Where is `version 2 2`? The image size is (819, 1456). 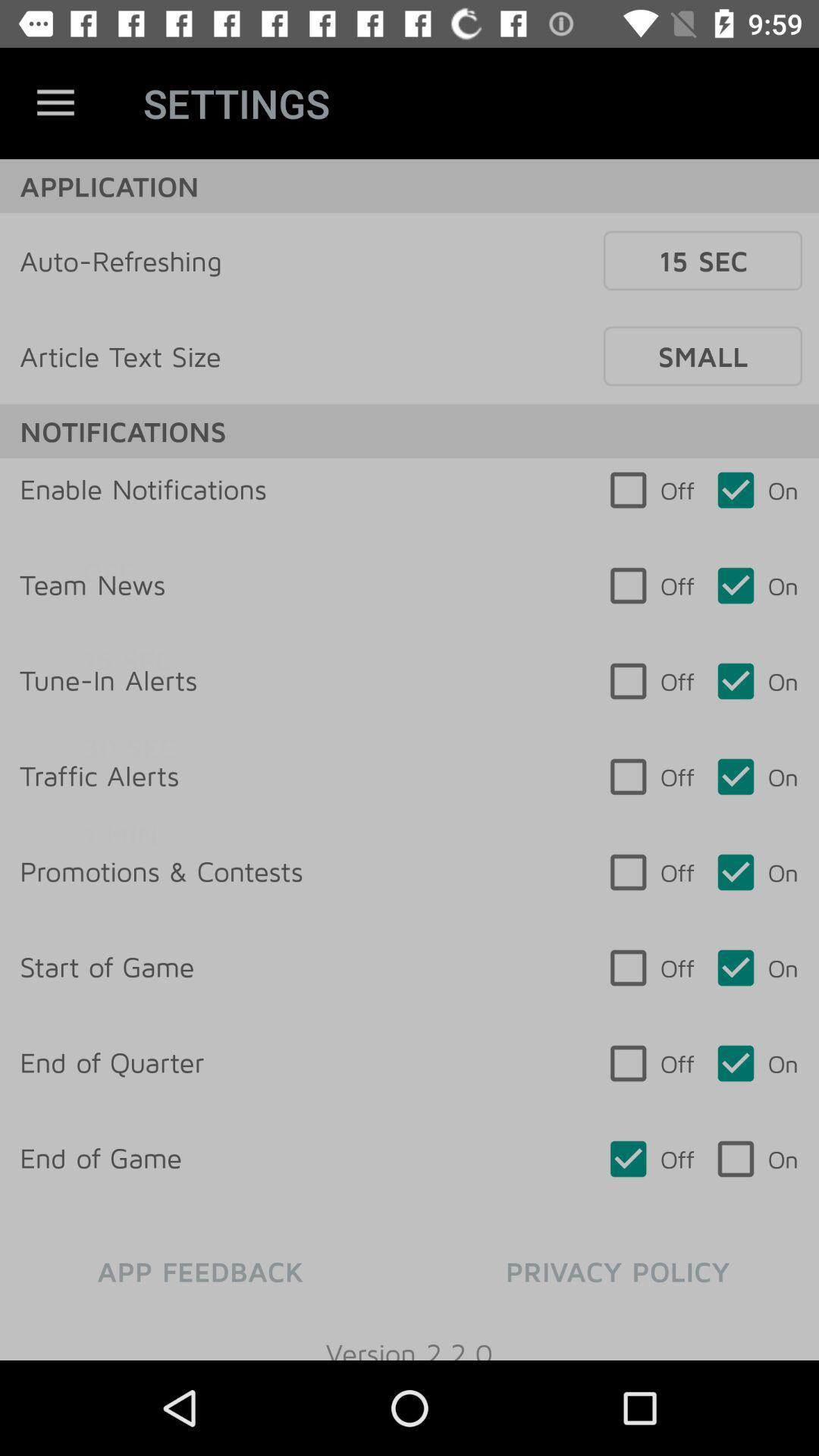 version 2 2 is located at coordinates (409, 1338).